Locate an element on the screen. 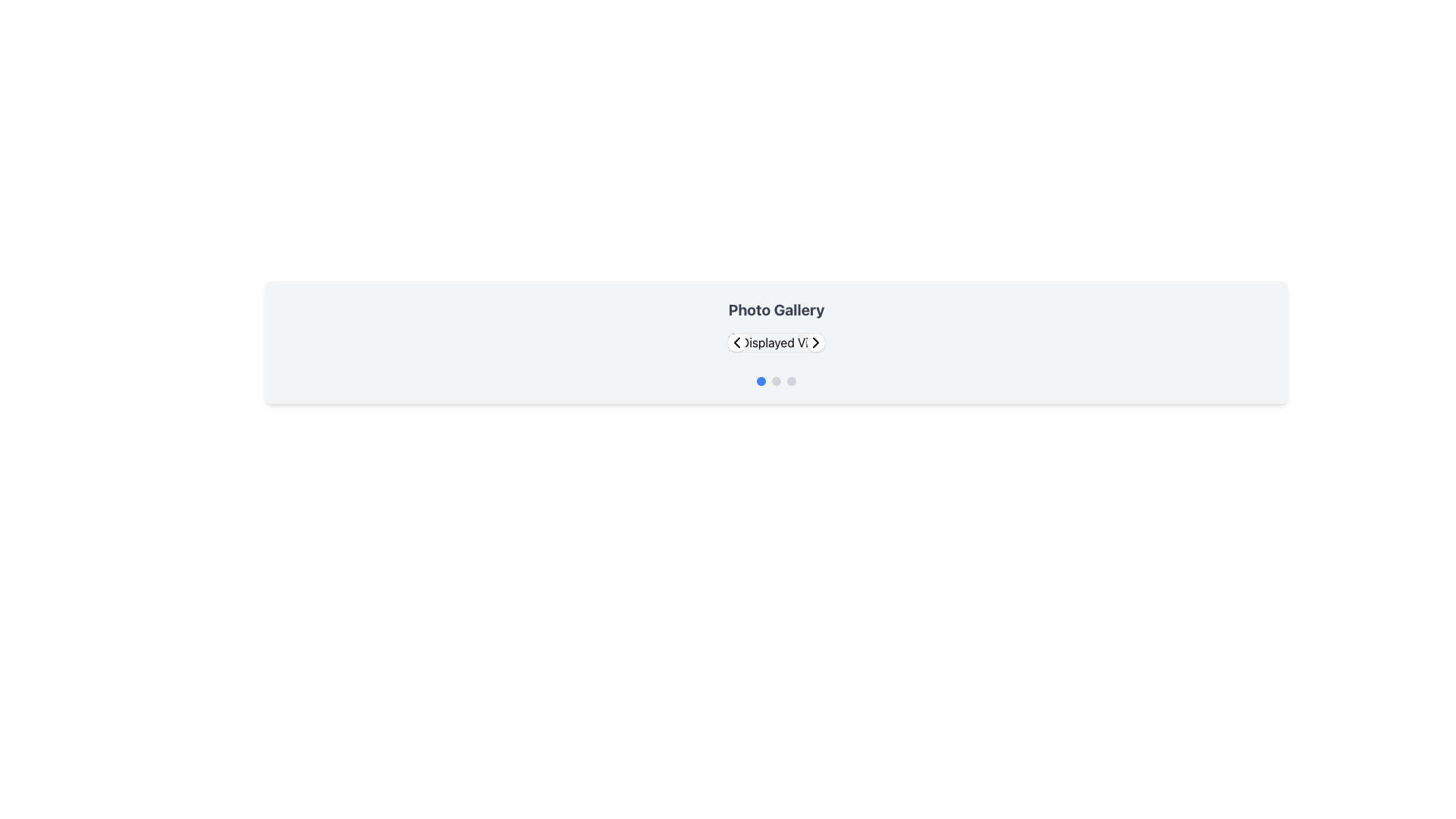  the left-pointing chevron icon indicator located within the navigation bar below the 'Photo Gallery' label, identified by its triangular arrow-like shape is located at coordinates (736, 342).